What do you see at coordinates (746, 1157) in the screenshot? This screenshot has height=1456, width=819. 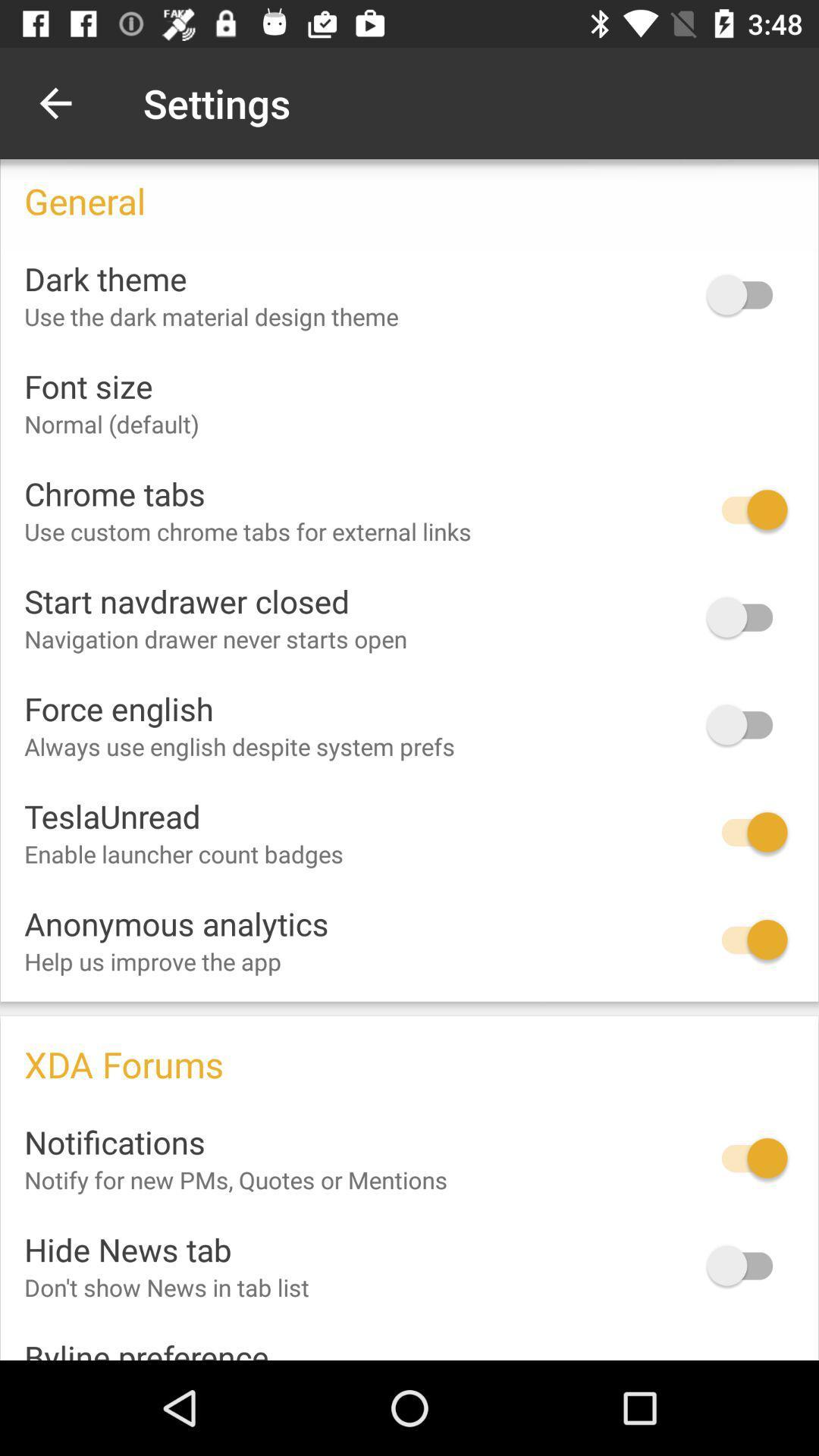 I see `notifications` at bounding box center [746, 1157].